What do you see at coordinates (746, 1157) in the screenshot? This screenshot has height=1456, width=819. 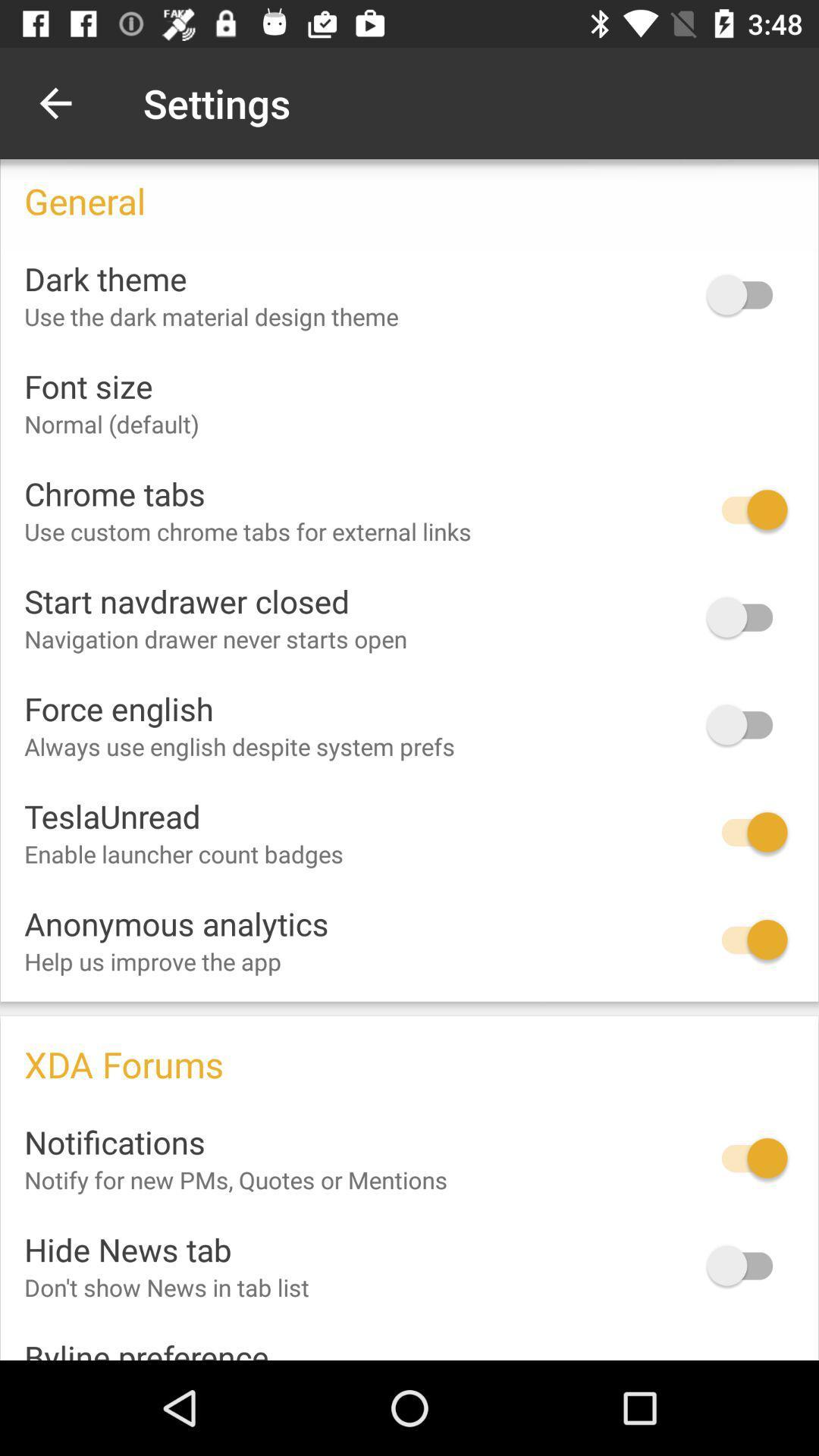 I see `notifications` at bounding box center [746, 1157].